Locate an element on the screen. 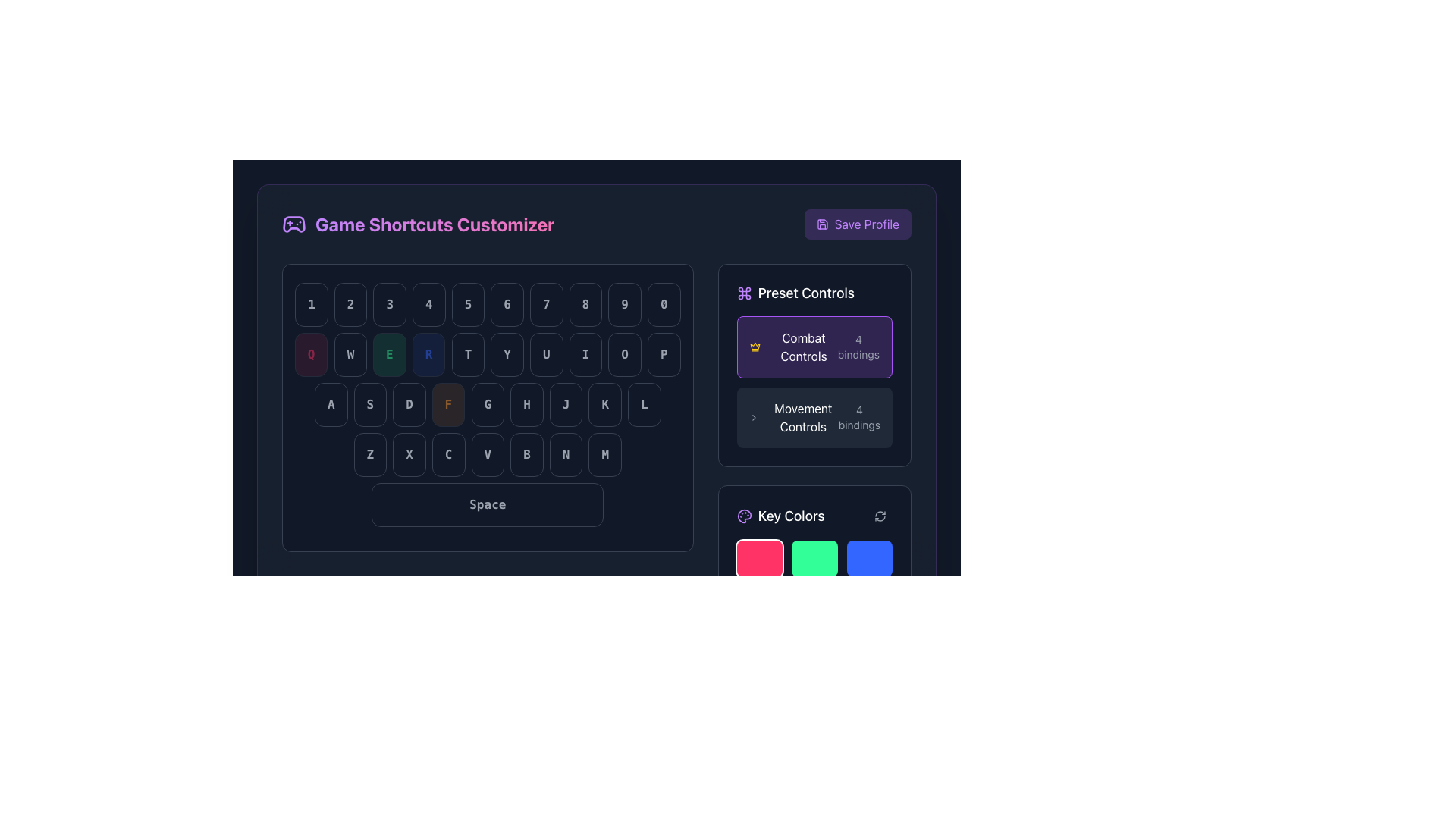 Image resolution: width=1456 pixels, height=819 pixels. the second button labeled 'S' which is styled with a dark background and light-colored text, located near the center of the keyboard layout is located at coordinates (370, 403).